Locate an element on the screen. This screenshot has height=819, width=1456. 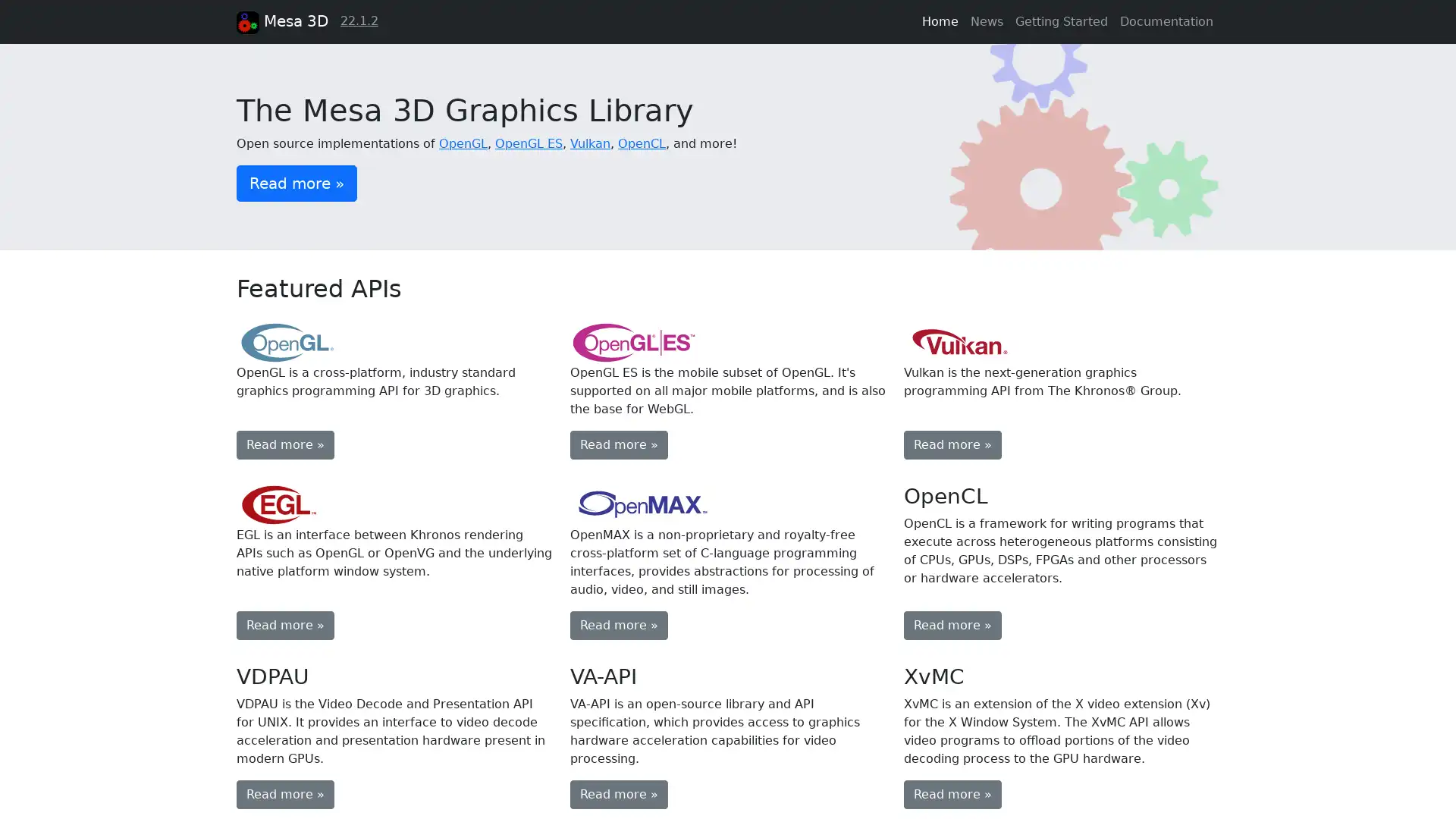
Read more is located at coordinates (285, 794).